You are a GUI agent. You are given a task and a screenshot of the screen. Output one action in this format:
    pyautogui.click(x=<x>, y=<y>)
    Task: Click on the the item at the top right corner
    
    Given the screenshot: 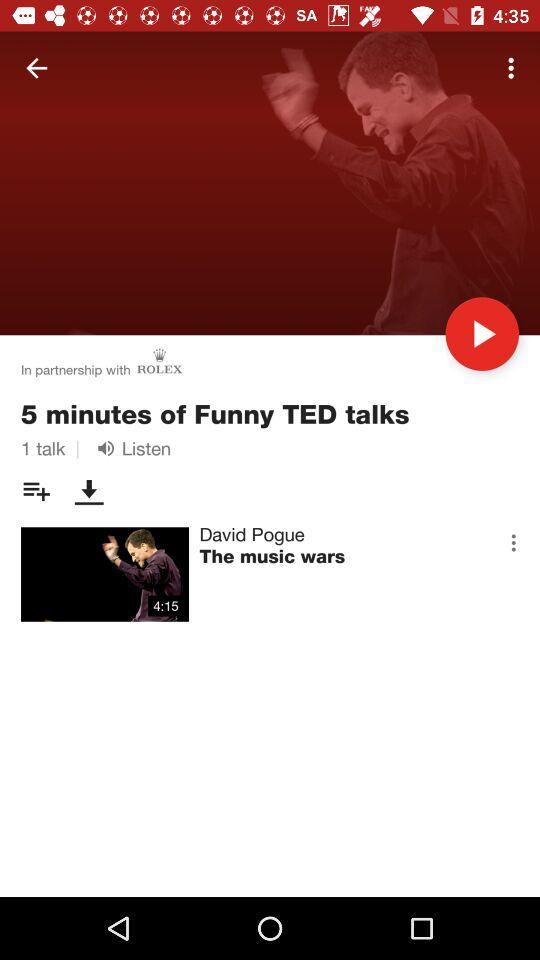 What is the action you would take?
    pyautogui.click(x=513, y=68)
    